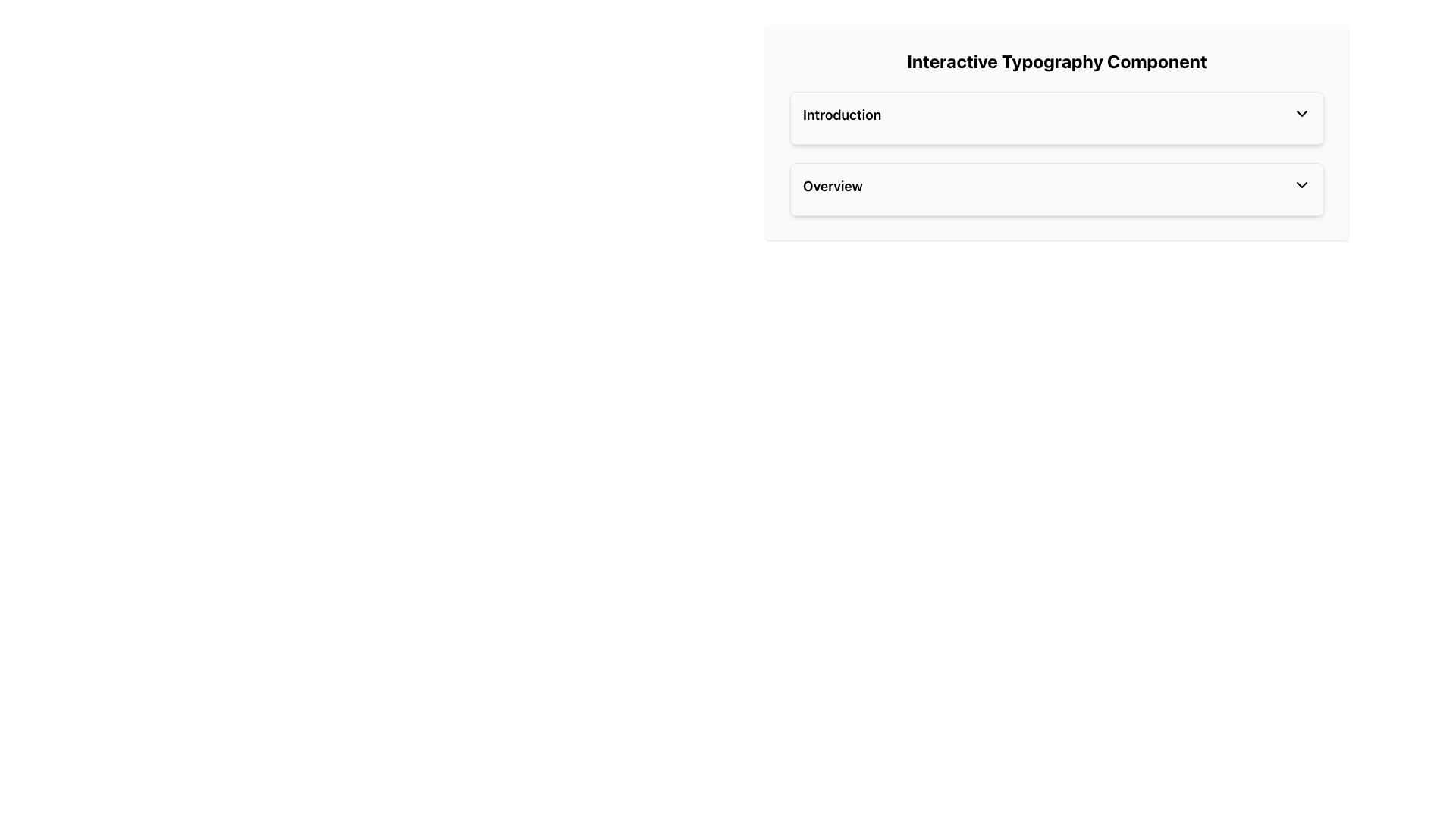  I want to click on the chevron down icon located at the far right of the 'Introduction' section header, so click(1301, 113).